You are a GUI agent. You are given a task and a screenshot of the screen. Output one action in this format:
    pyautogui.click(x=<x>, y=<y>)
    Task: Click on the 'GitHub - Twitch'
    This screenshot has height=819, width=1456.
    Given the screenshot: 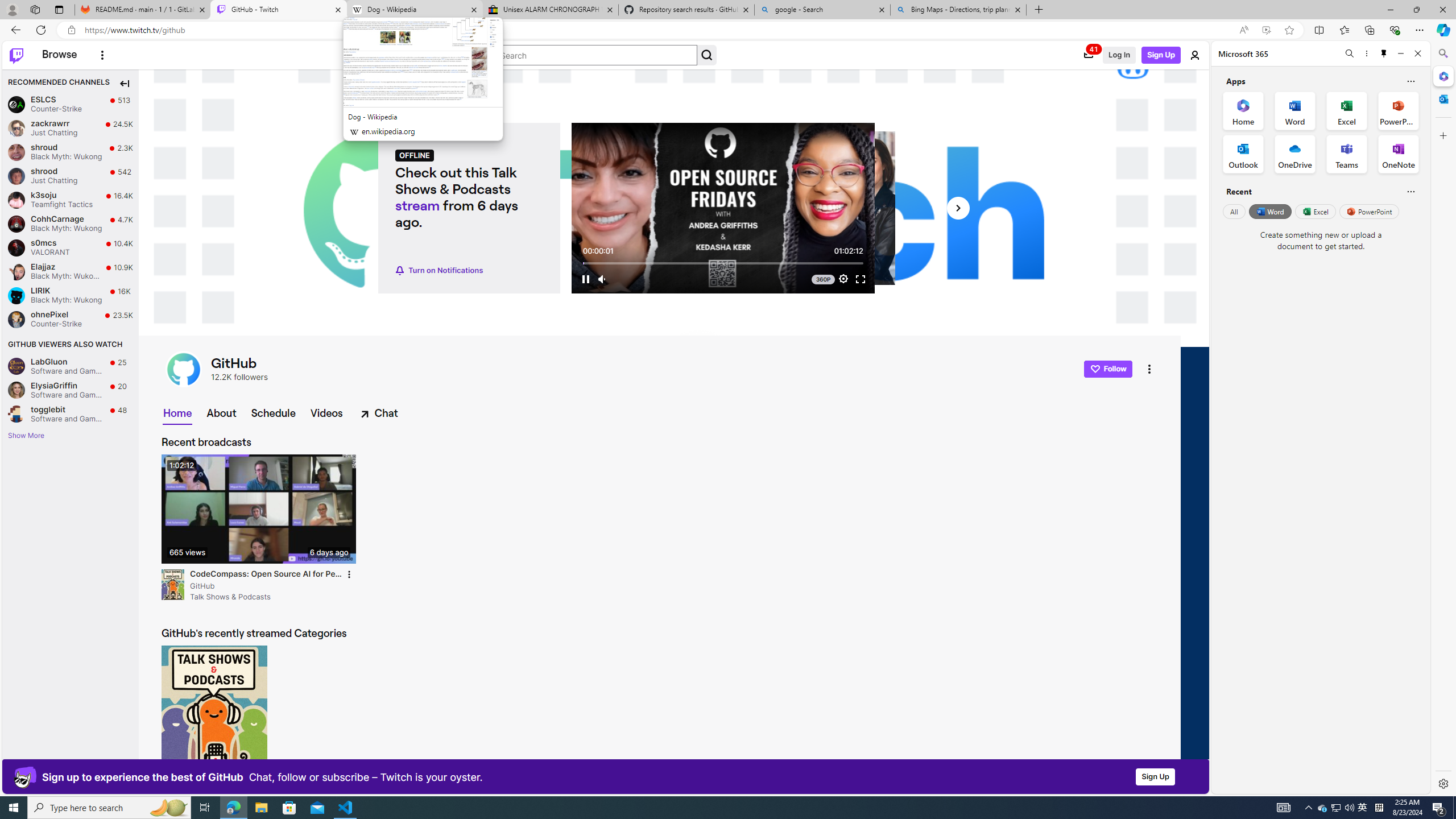 What is the action you would take?
    pyautogui.click(x=278, y=9)
    